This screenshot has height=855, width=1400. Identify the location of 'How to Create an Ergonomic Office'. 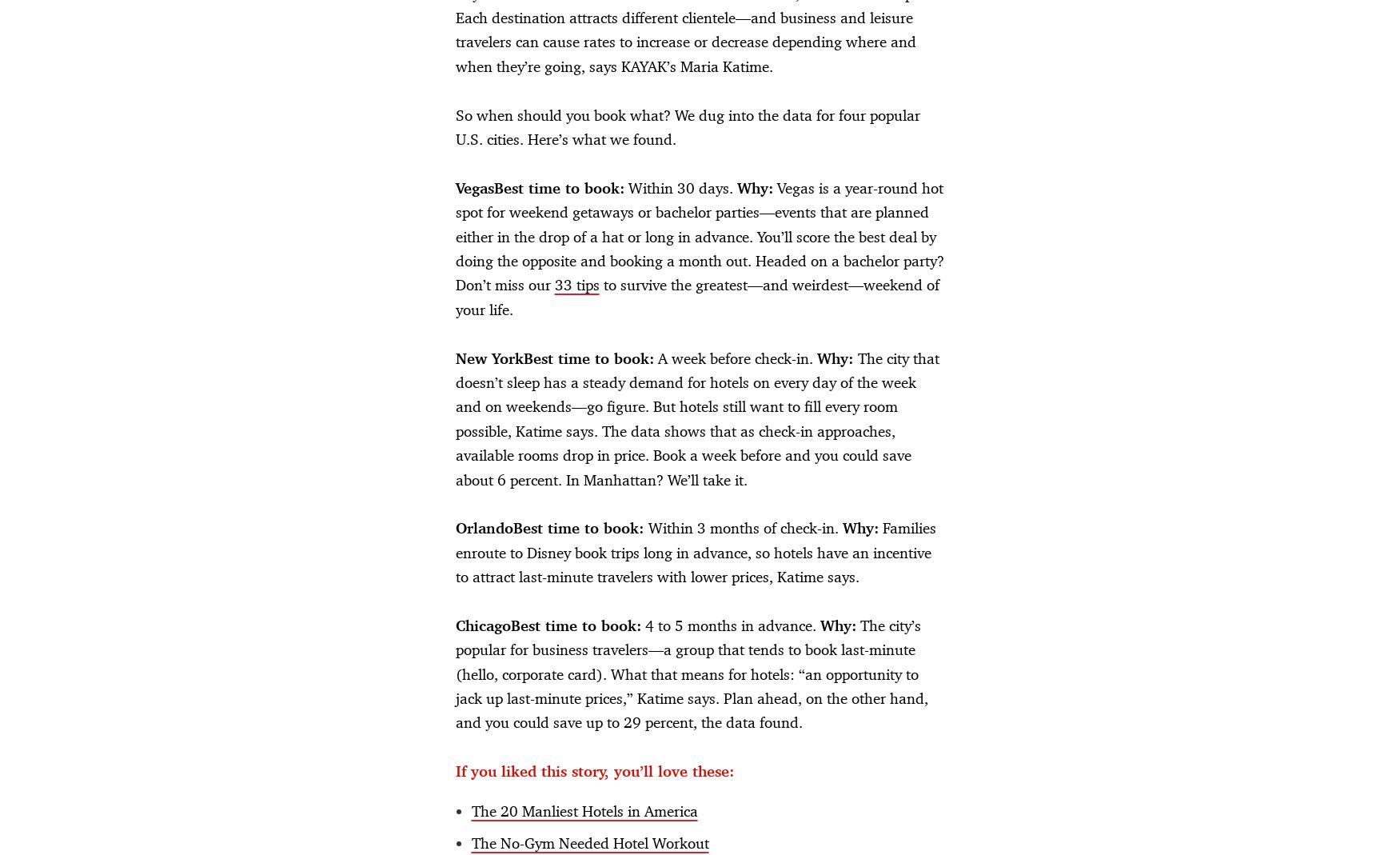
(220, 178).